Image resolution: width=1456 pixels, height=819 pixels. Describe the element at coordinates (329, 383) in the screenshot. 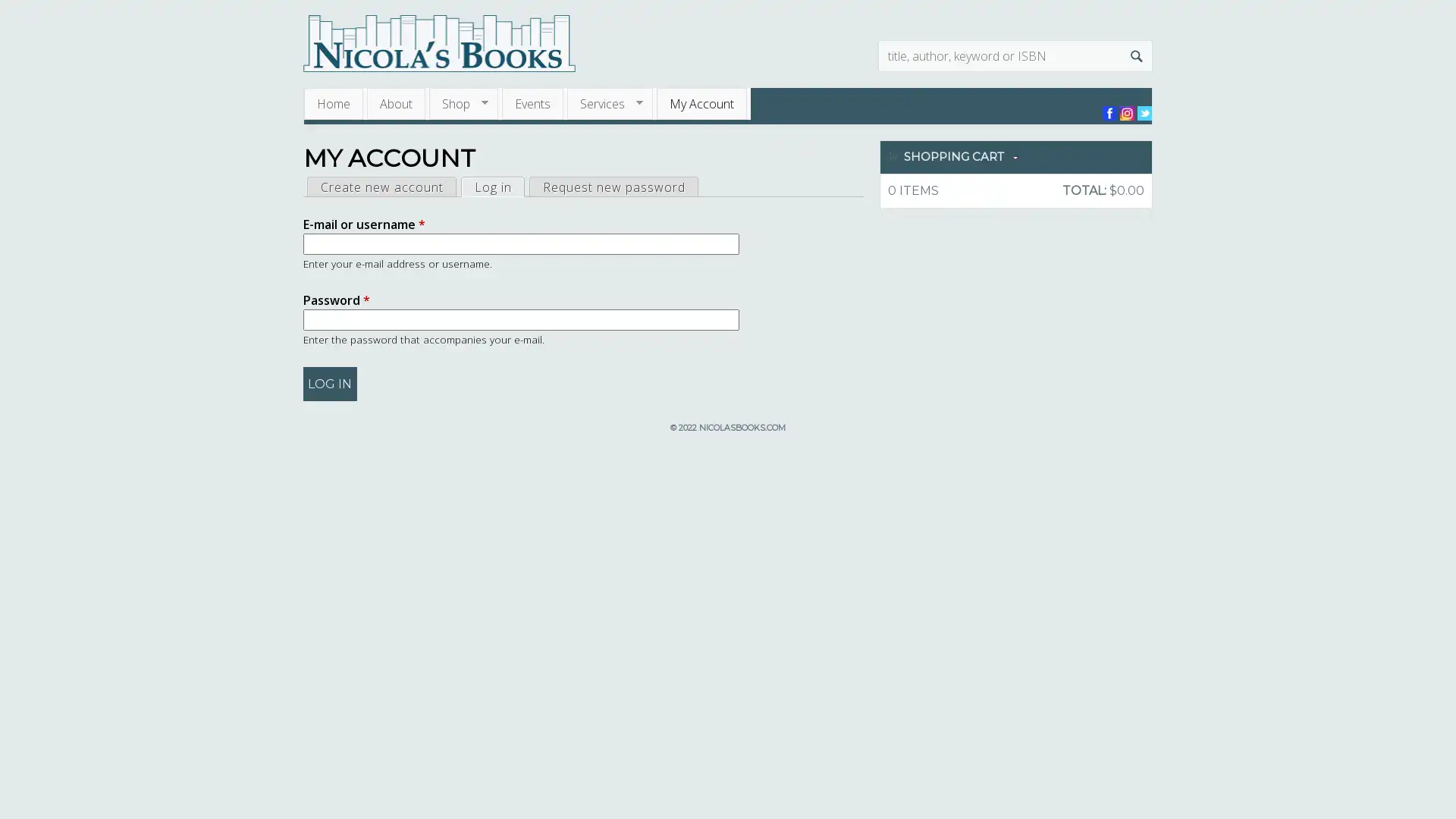

I see `Log in` at that location.